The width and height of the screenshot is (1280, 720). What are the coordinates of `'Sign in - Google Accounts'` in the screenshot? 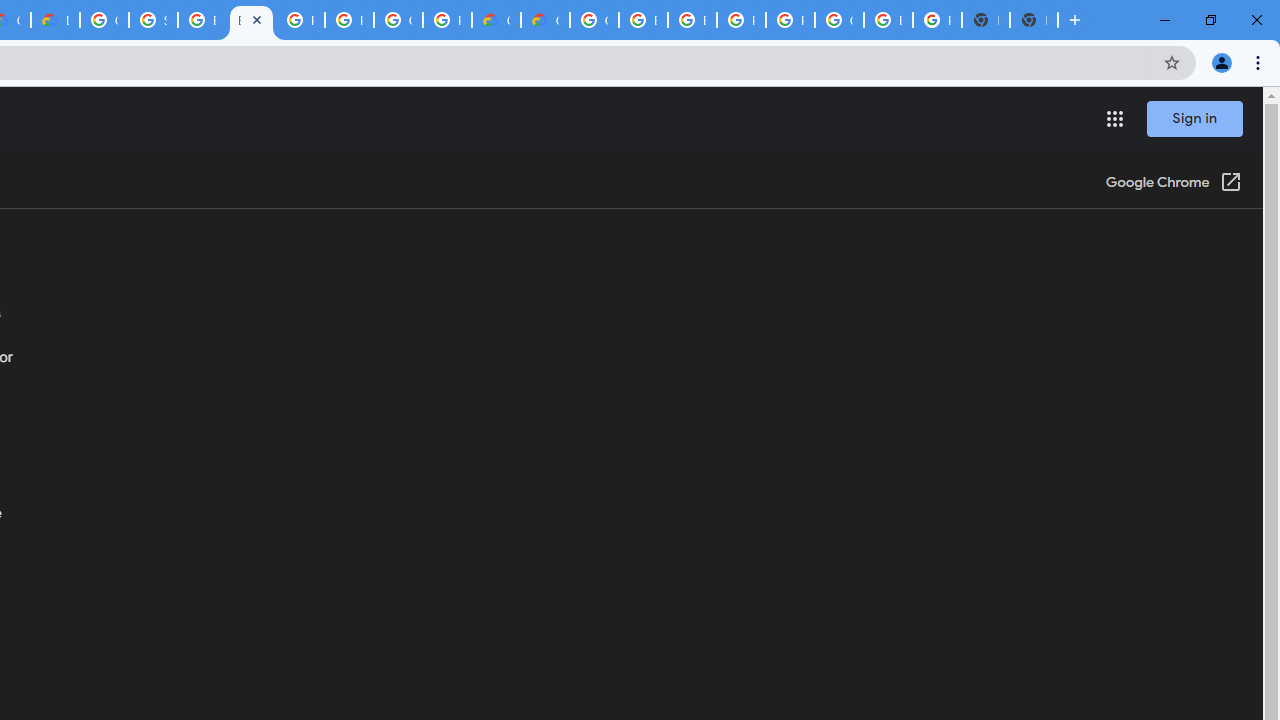 It's located at (152, 20).